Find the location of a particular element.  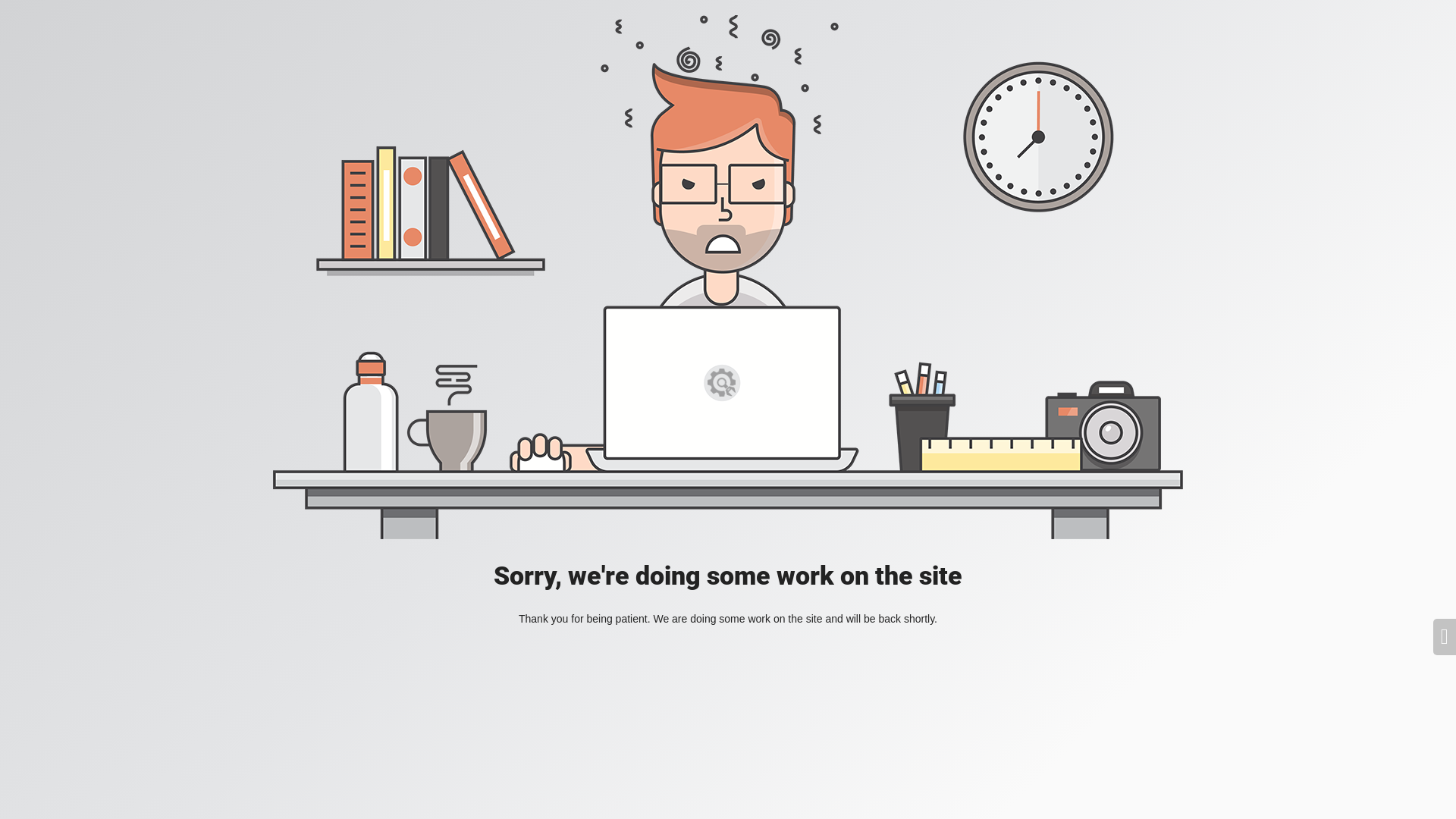

'Mad Designer at work' is located at coordinates (728, 277).